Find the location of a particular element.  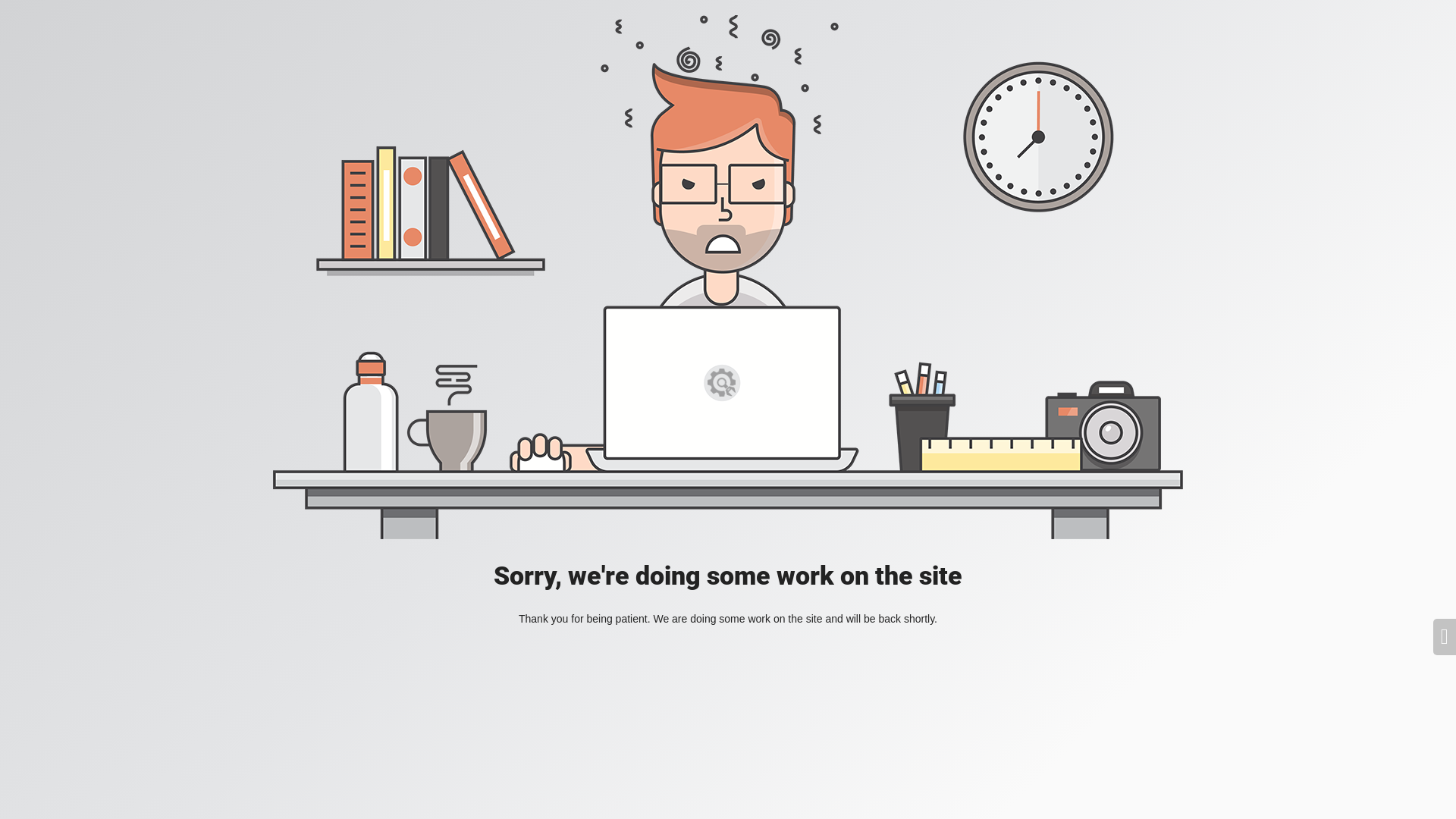

'Mad Designer at work' is located at coordinates (728, 277).